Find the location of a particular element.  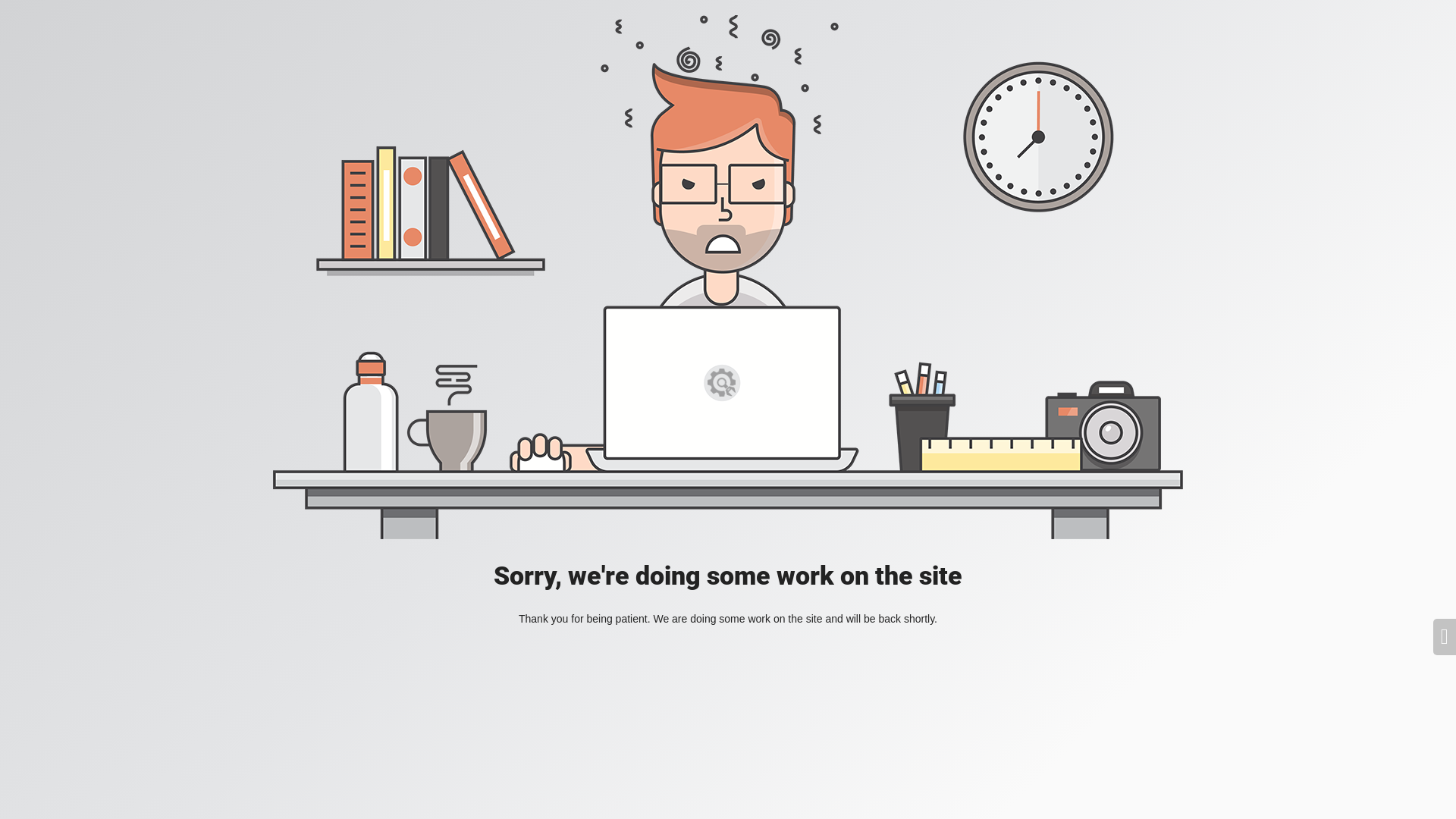

'Mad Designer at work' is located at coordinates (728, 277).